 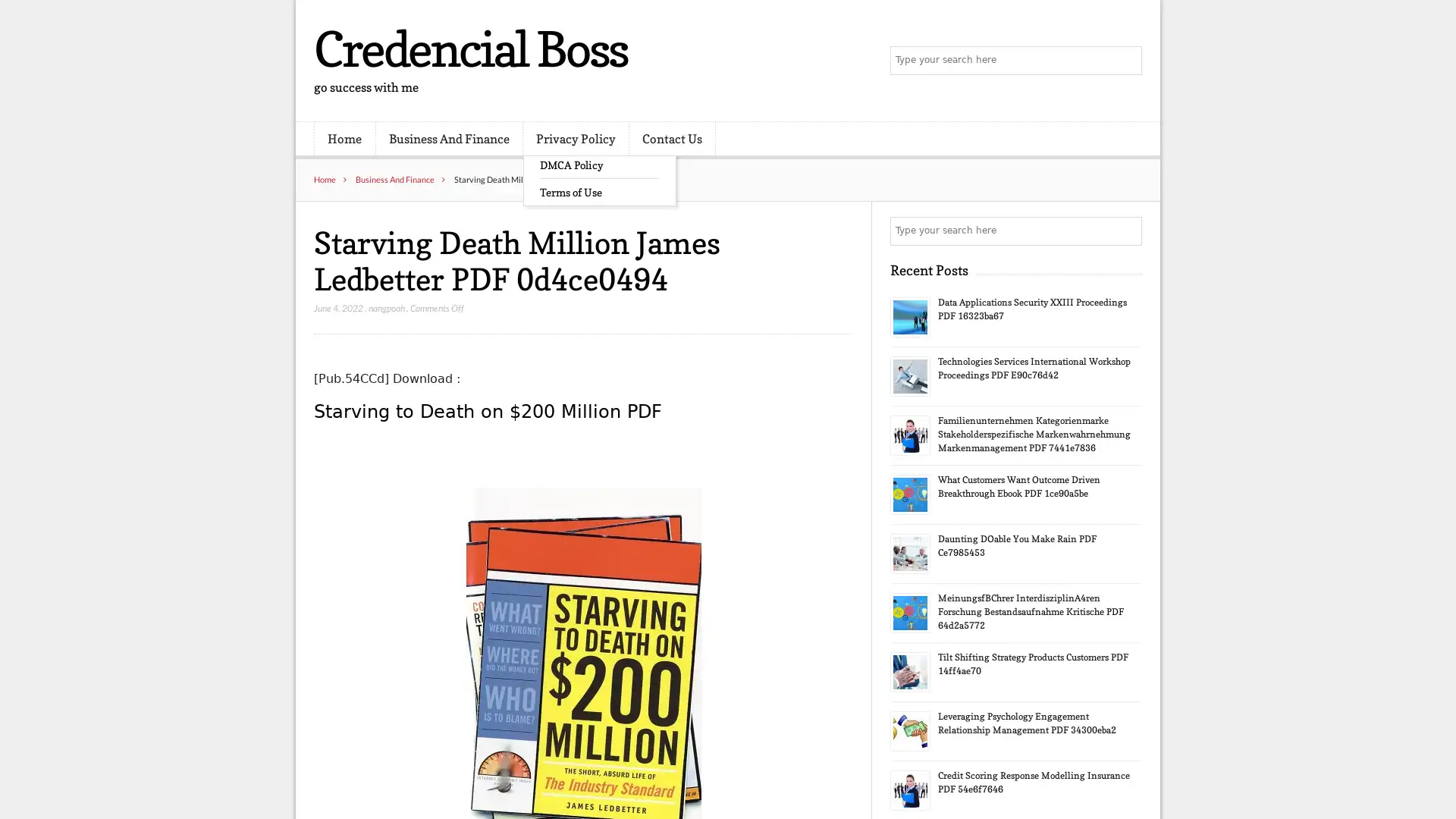 I want to click on Search, so click(x=1126, y=231).